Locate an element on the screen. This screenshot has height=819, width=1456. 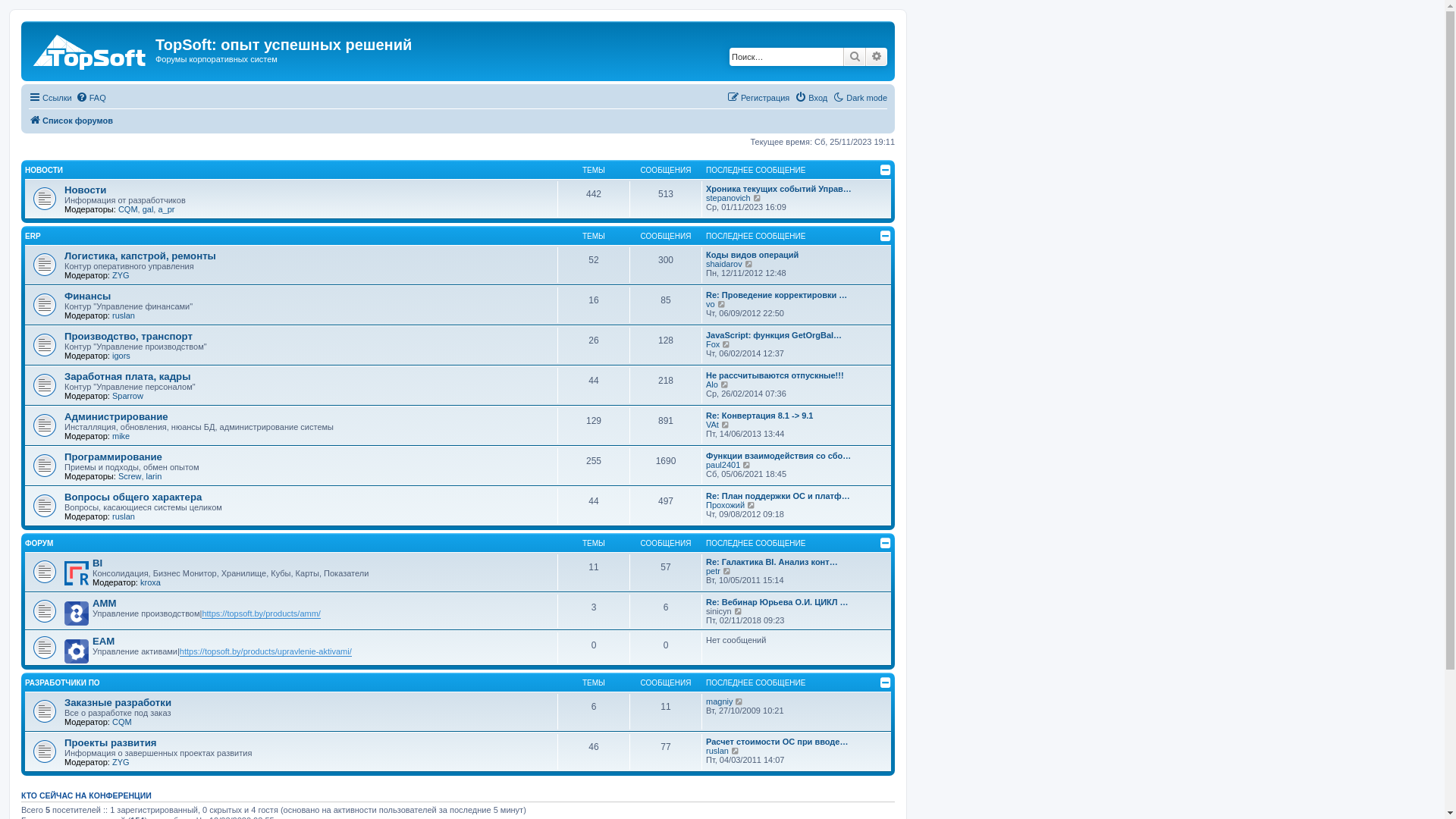
'igors' is located at coordinates (120, 356).